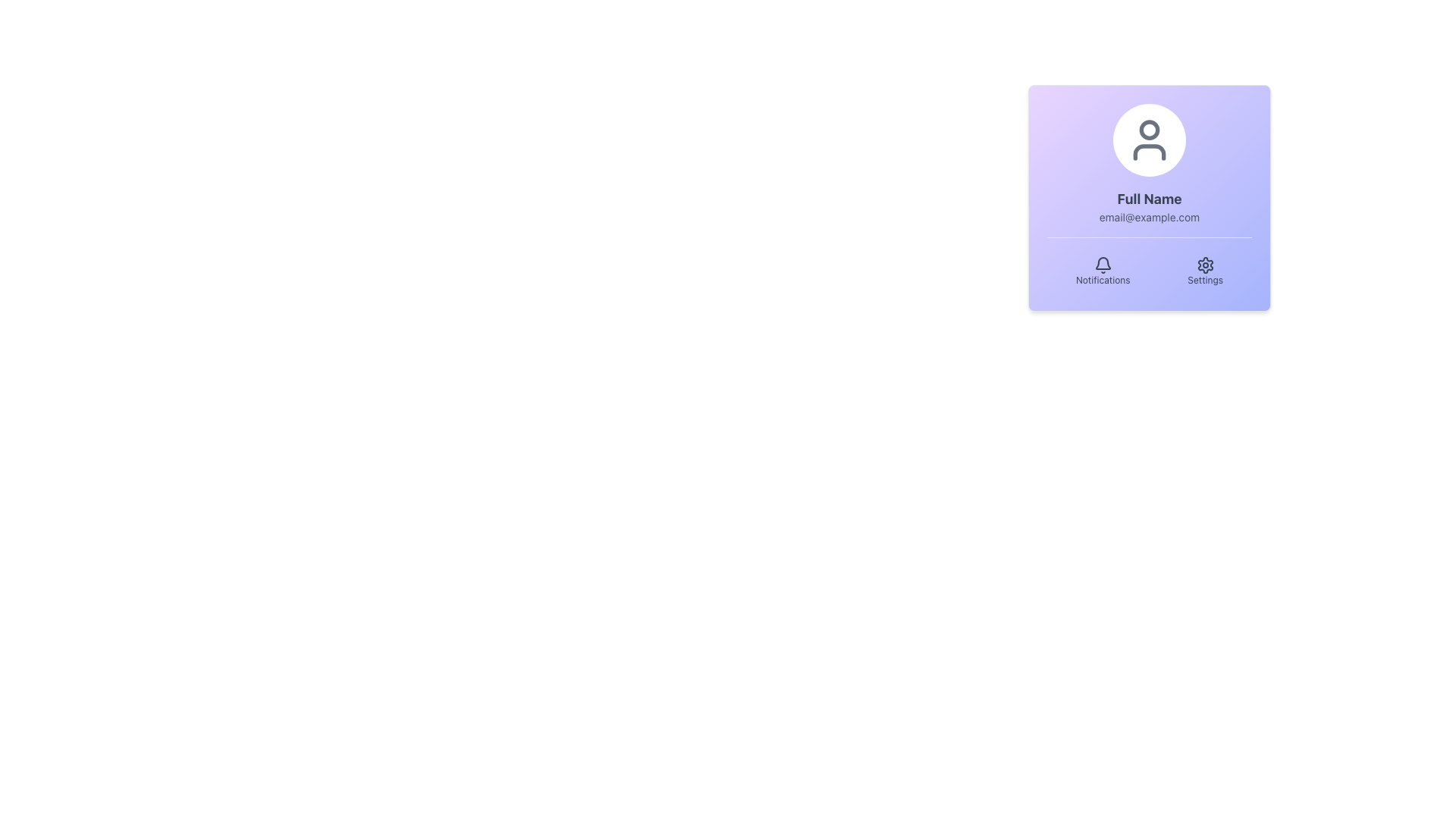  Describe the element at coordinates (1204, 271) in the screenshot. I see `the 'Settings' button, which features a gear icon and the label 'Settings' in gray tones on a light purple background, located at the bottom right of the card layout` at that location.